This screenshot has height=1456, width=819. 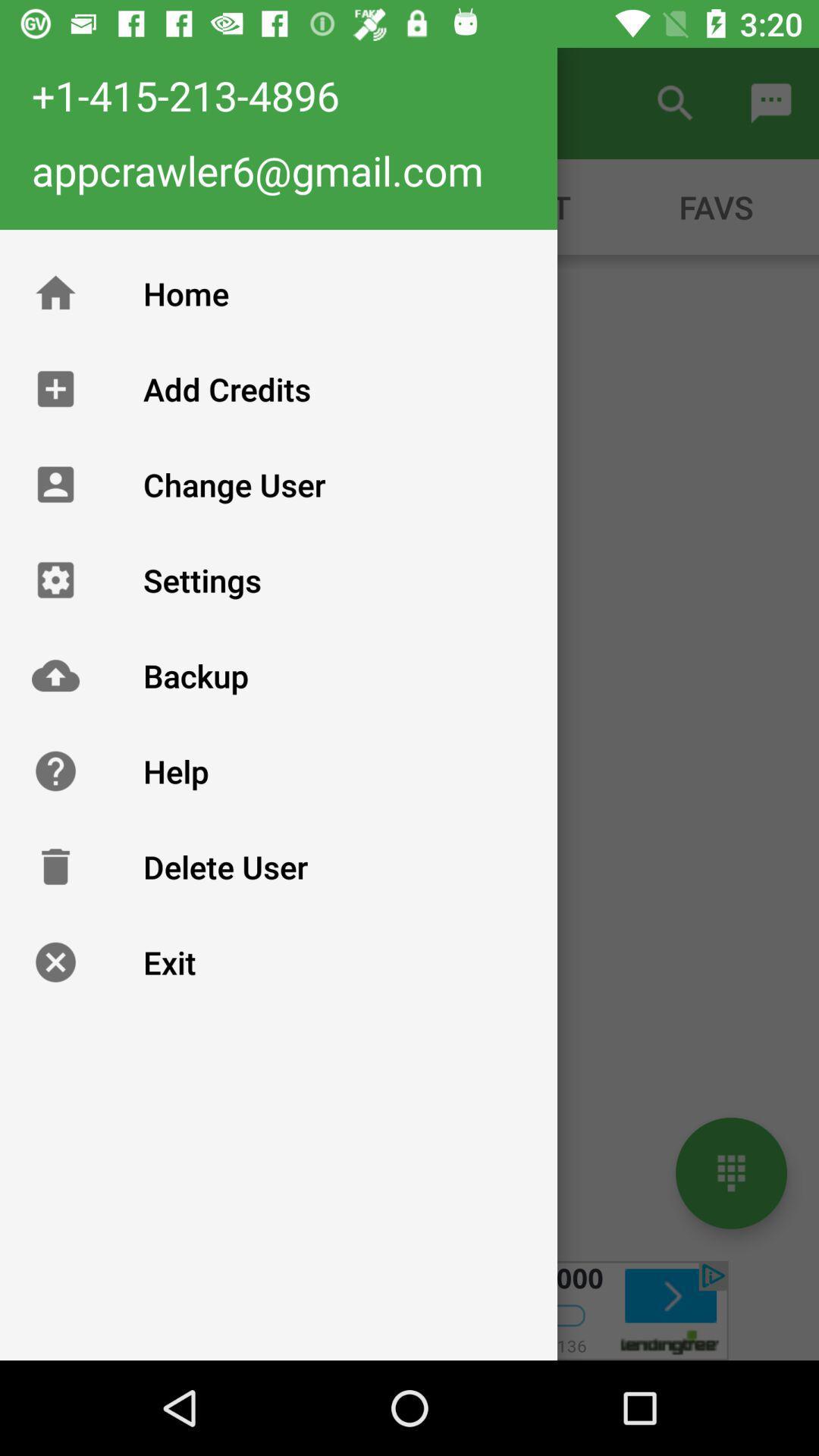 What do you see at coordinates (730, 1172) in the screenshot?
I see `the dialpad icon` at bounding box center [730, 1172].